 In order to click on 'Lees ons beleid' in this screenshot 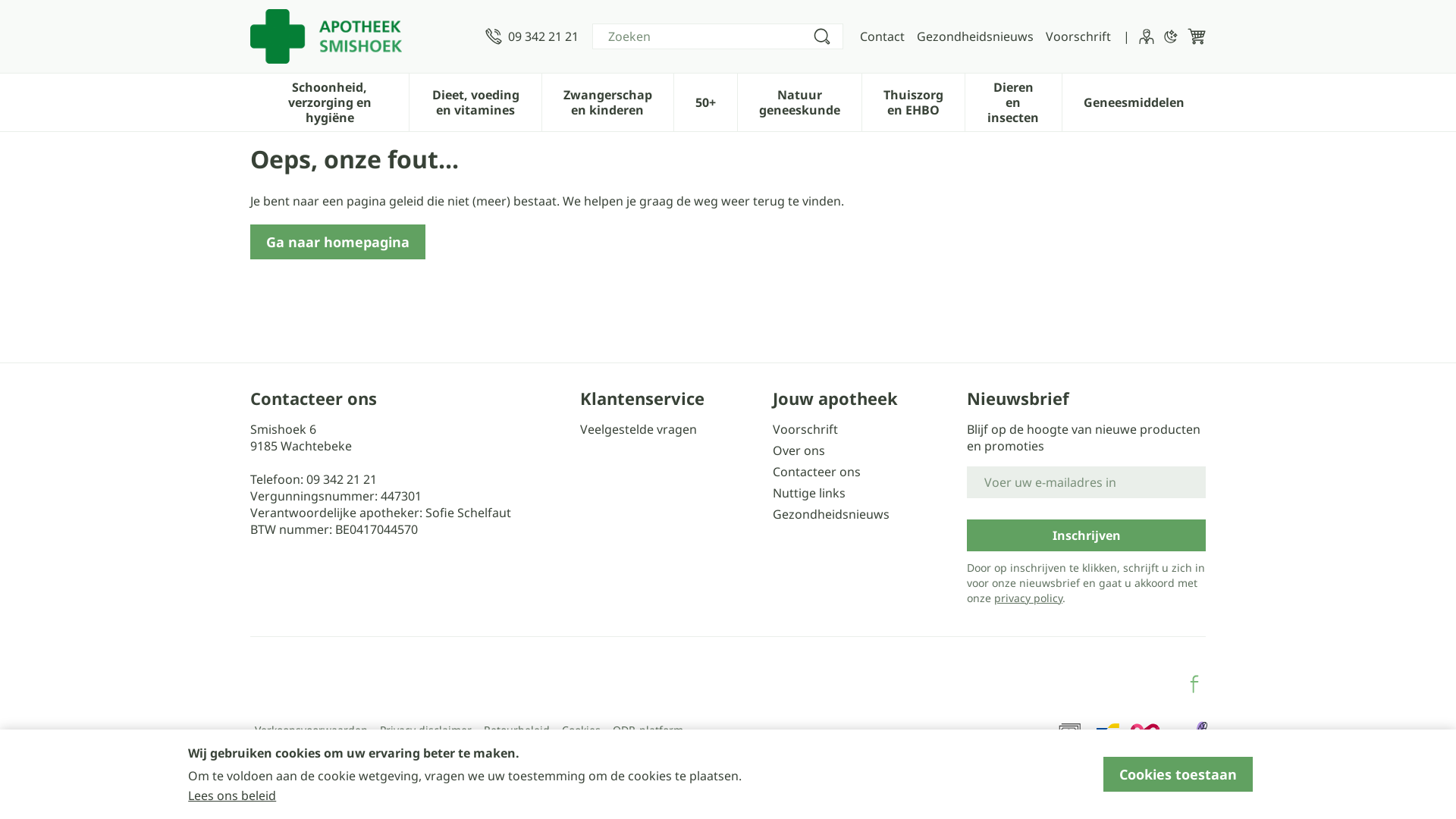, I will do `click(231, 795)`.